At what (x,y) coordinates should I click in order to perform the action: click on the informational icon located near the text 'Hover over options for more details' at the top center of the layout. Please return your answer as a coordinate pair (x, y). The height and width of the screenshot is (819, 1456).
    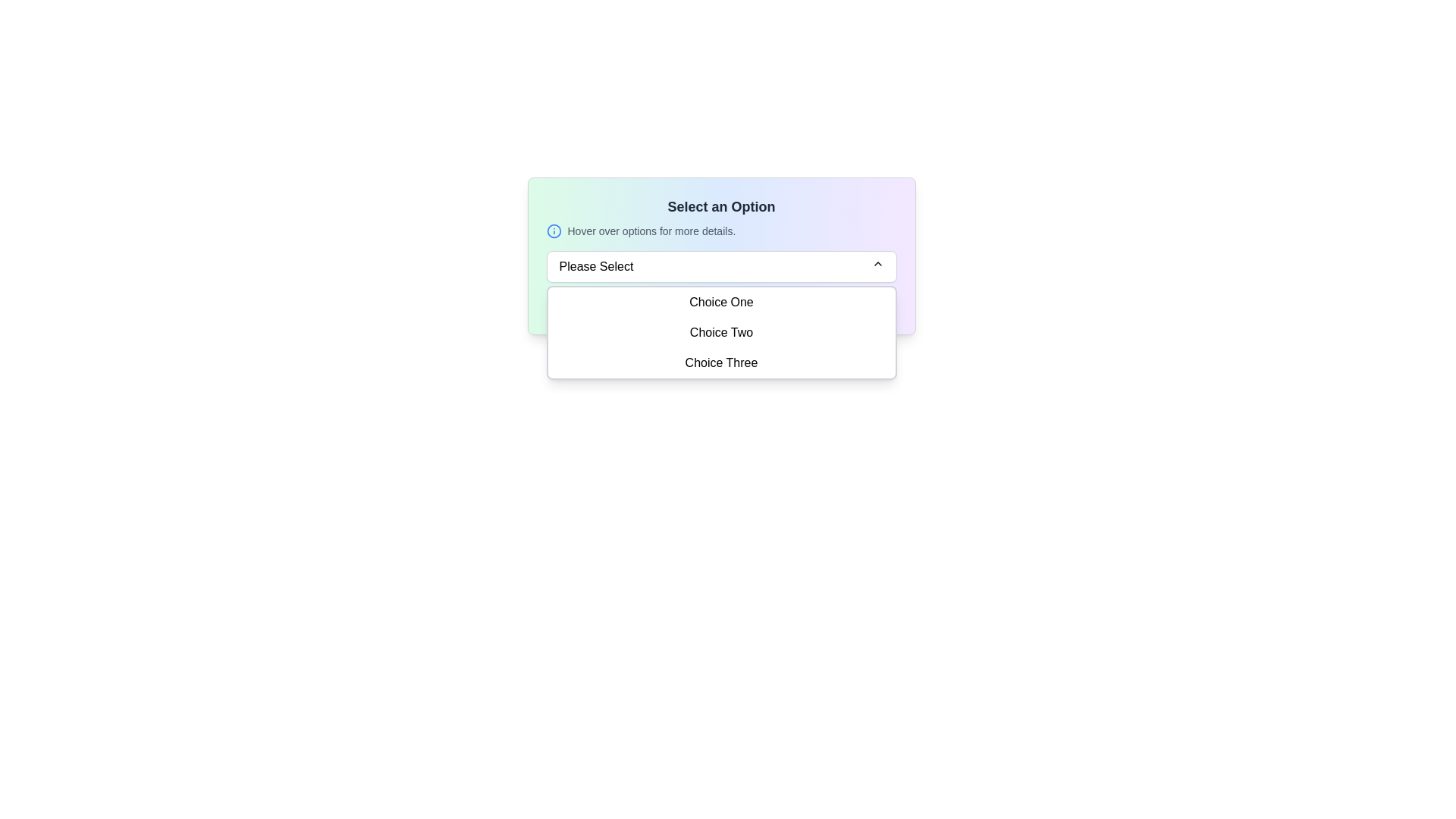
    Looking at the image, I should click on (553, 231).